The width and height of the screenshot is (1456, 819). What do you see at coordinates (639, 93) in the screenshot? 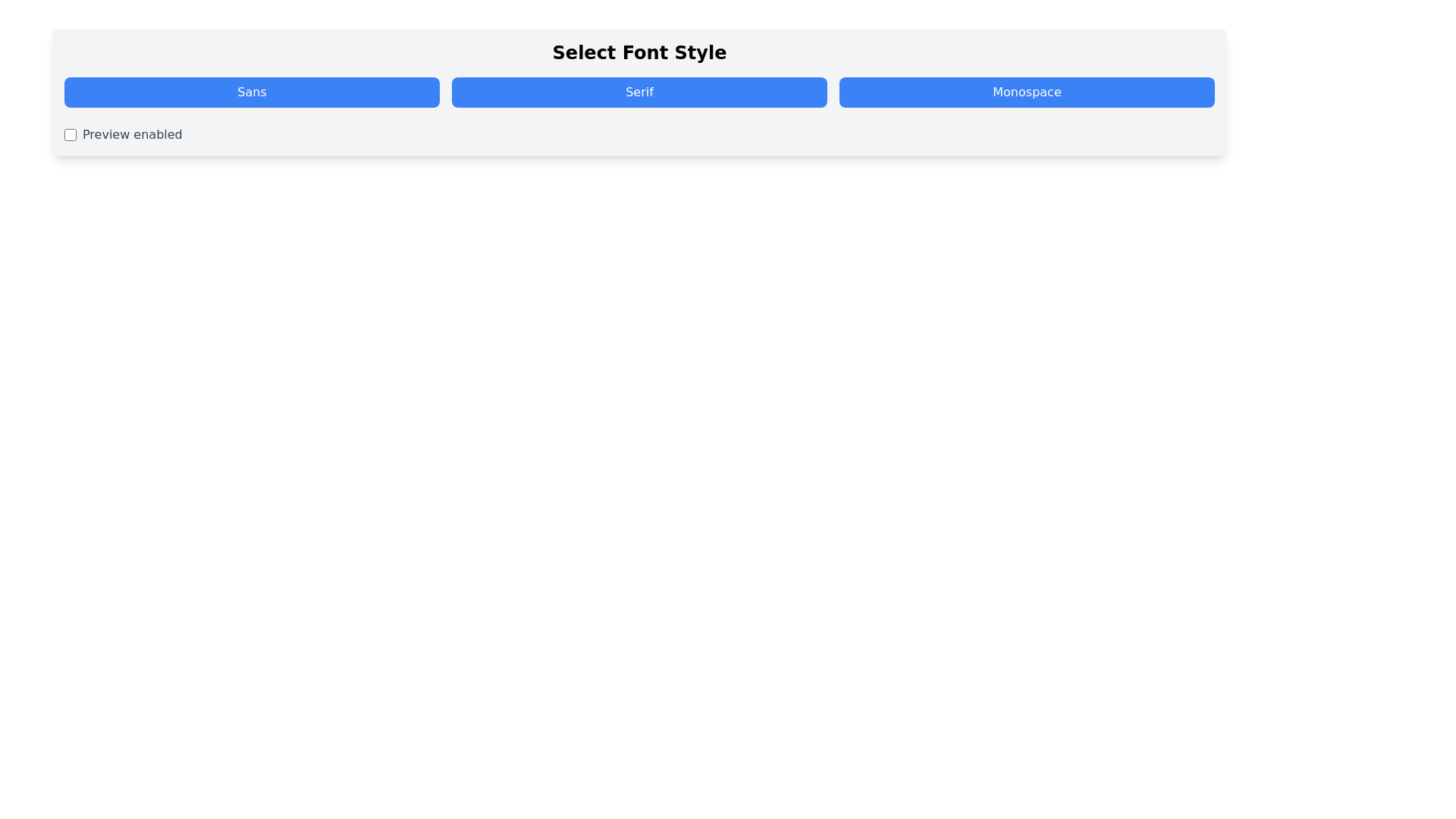
I see `the middle button labeled 'Serif' under the 'Select Font Style' heading` at bounding box center [639, 93].